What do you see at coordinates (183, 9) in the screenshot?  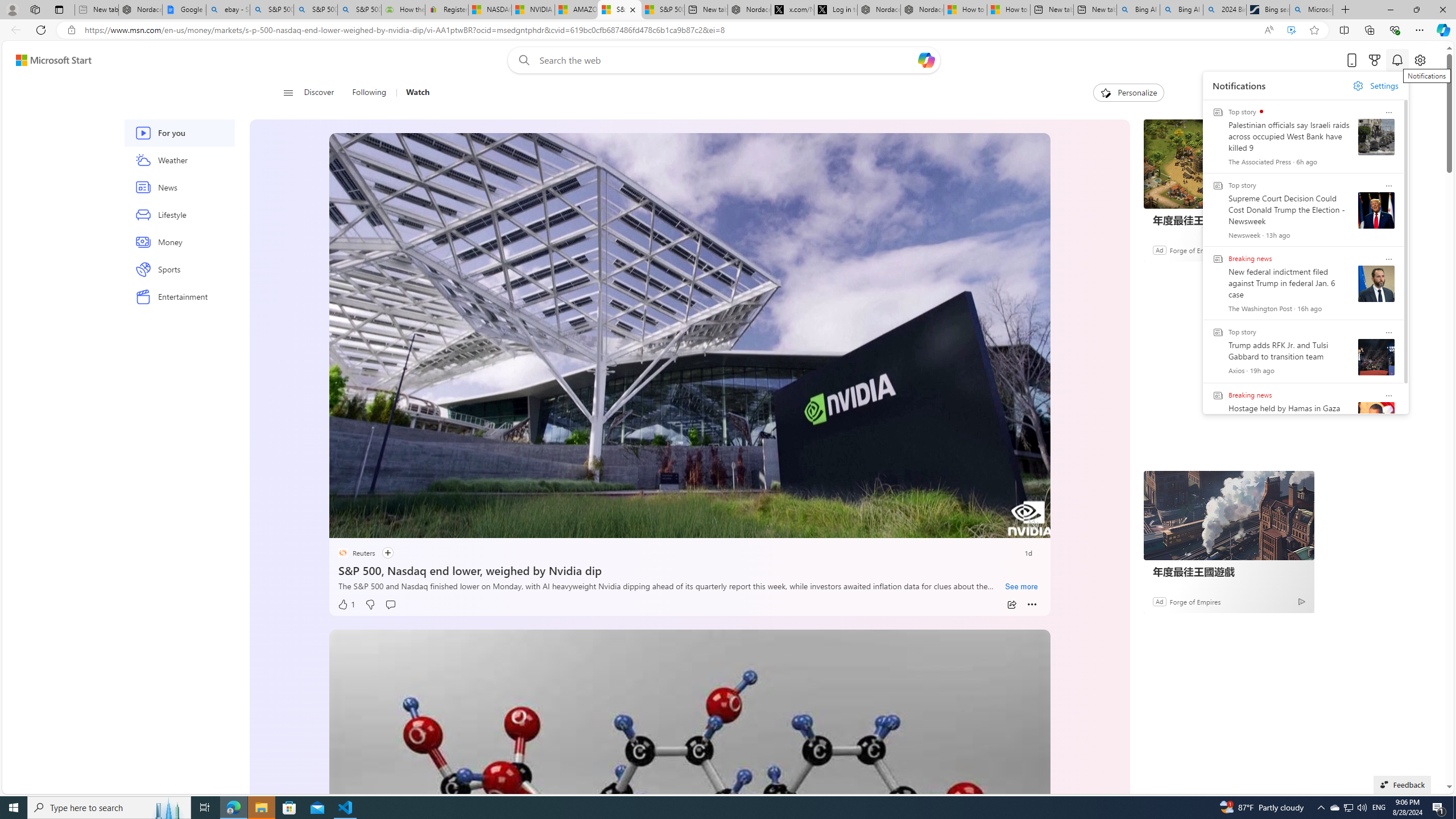 I see `'Google Docs: Online Document Editor | Google Workspace'` at bounding box center [183, 9].